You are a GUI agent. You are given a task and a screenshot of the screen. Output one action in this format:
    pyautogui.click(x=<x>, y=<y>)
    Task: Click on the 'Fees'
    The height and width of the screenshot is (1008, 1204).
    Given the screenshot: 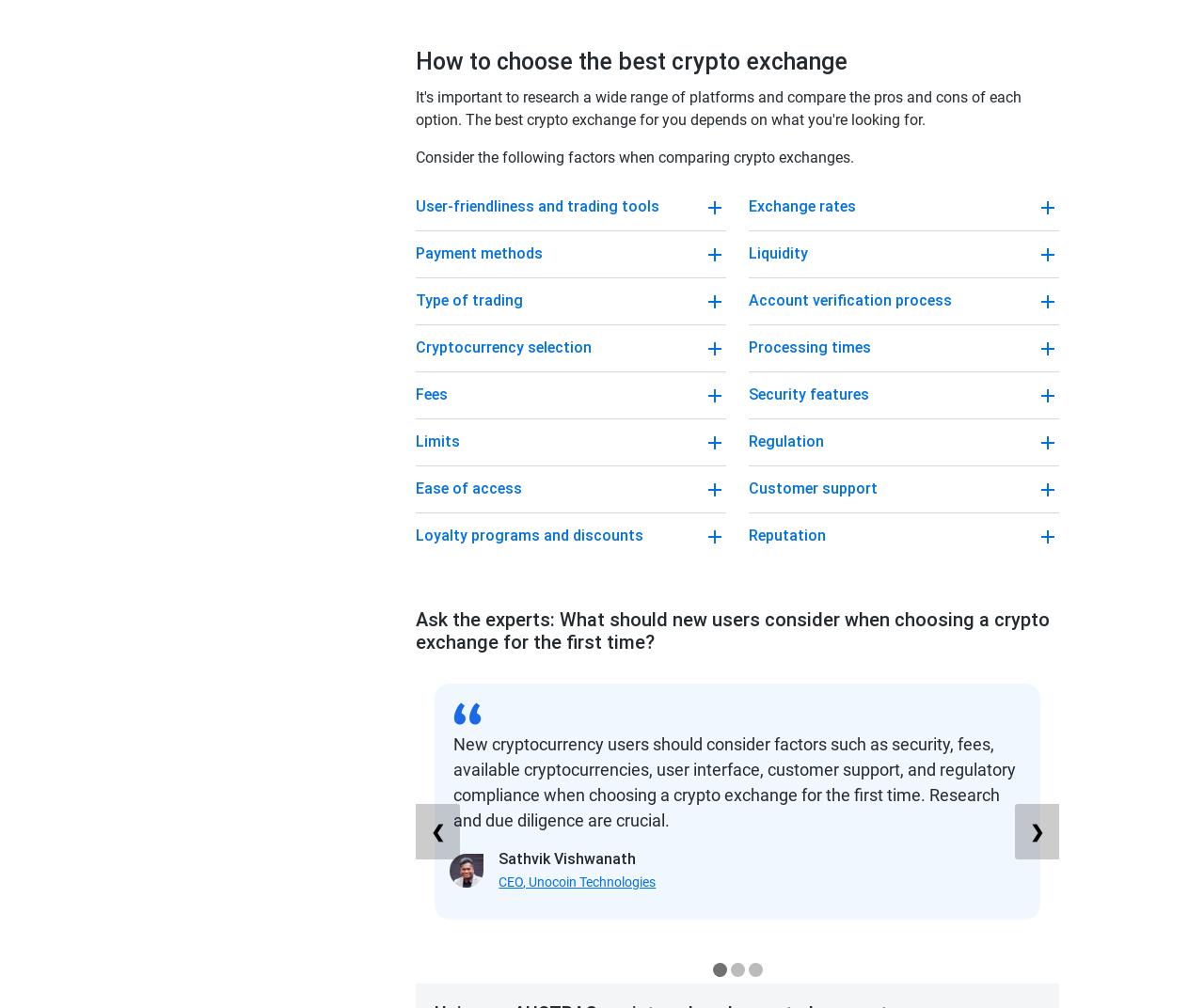 What is the action you would take?
    pyautogui.click(x=431, y=393)
    